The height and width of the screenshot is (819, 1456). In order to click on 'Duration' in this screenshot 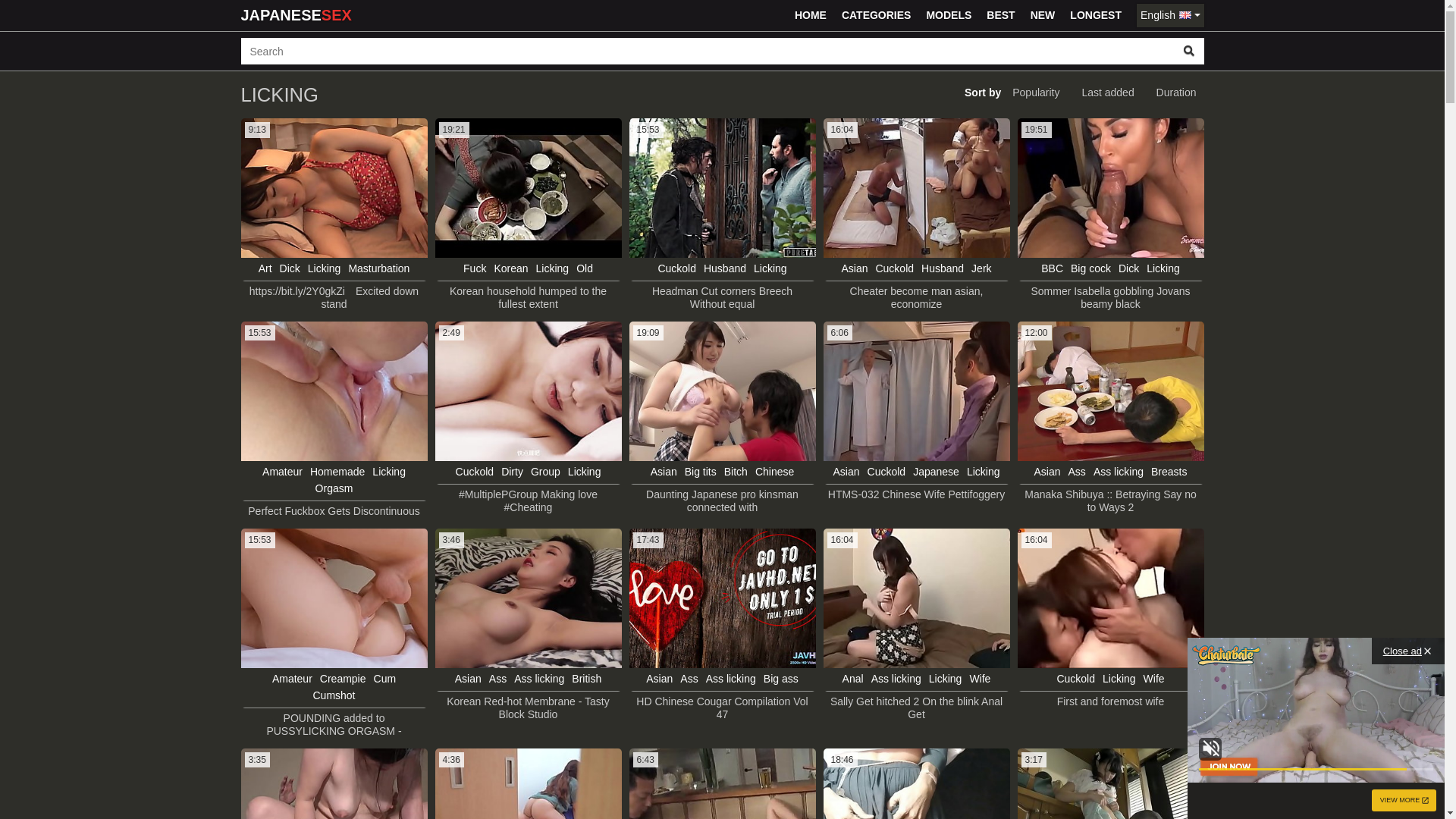, I will do `click(1175, 93)`.